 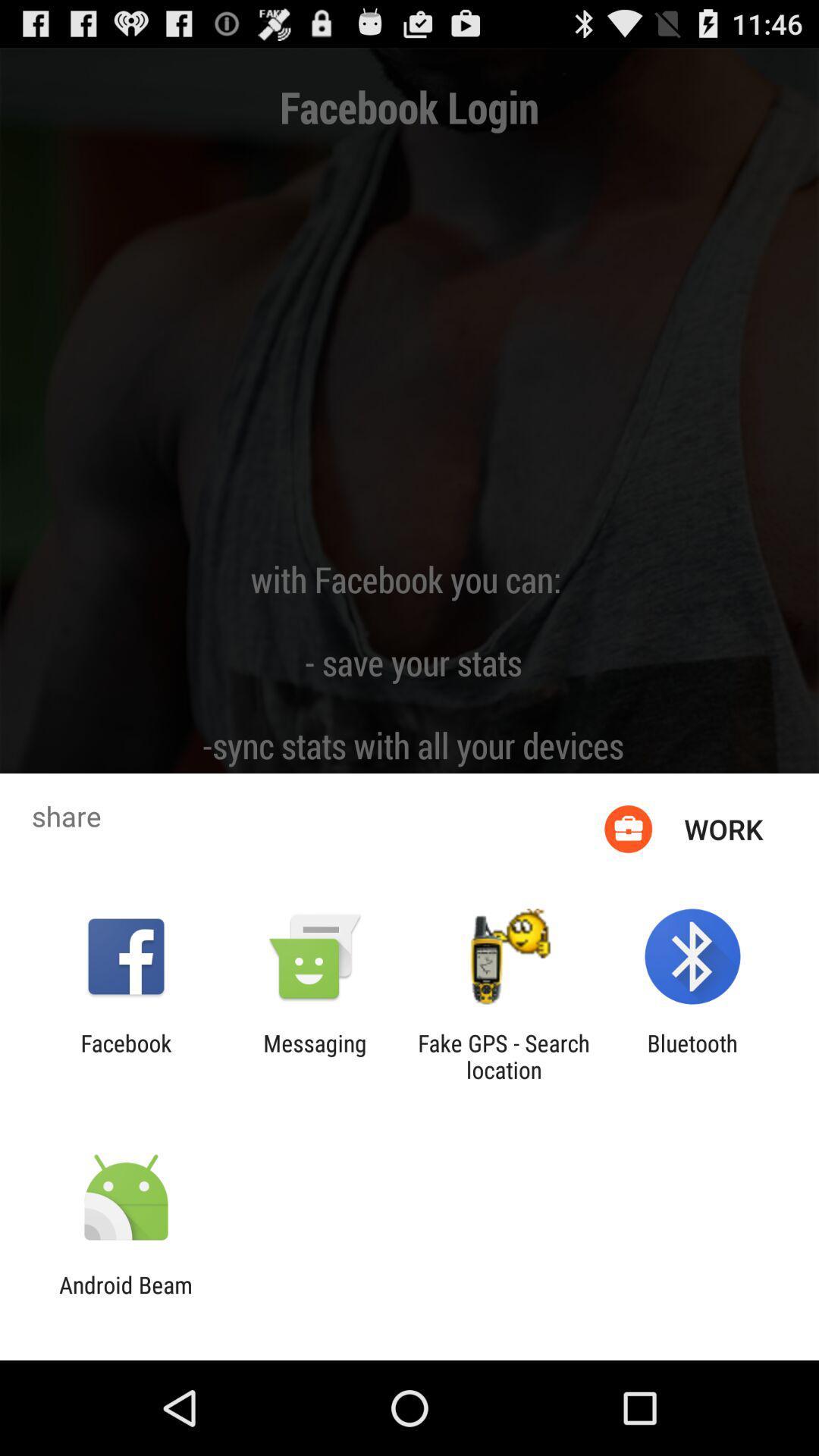 What do you see at coordinates (504, 1056) in the screenshot?
I see `the icon next to the messaging` at bounding box center [504, 1056].